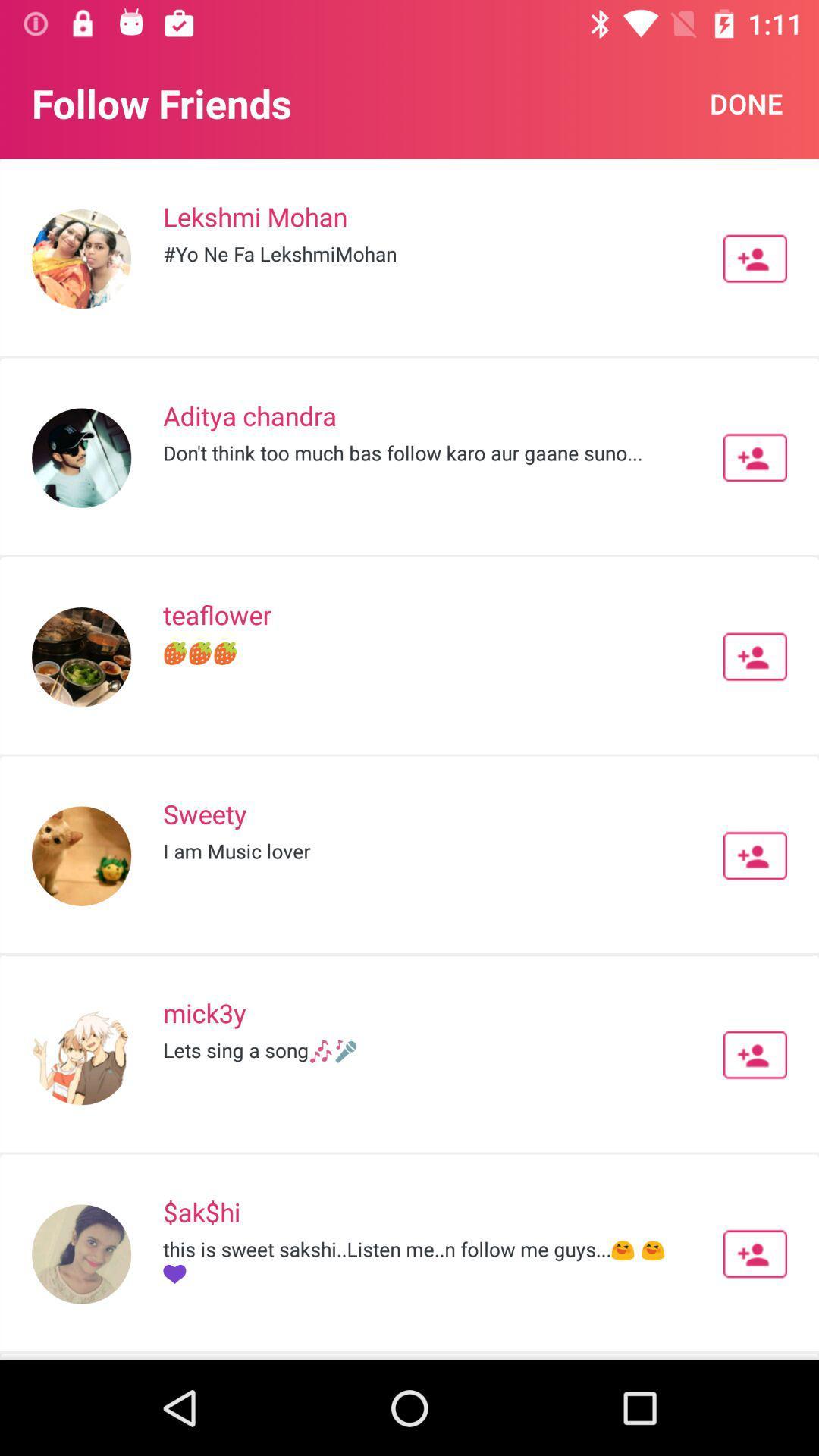 The image size is (819, 1456). What do you see at coordinates (745, 102) in the screenshot?
I see `done item` at bounding box center [745, 102].